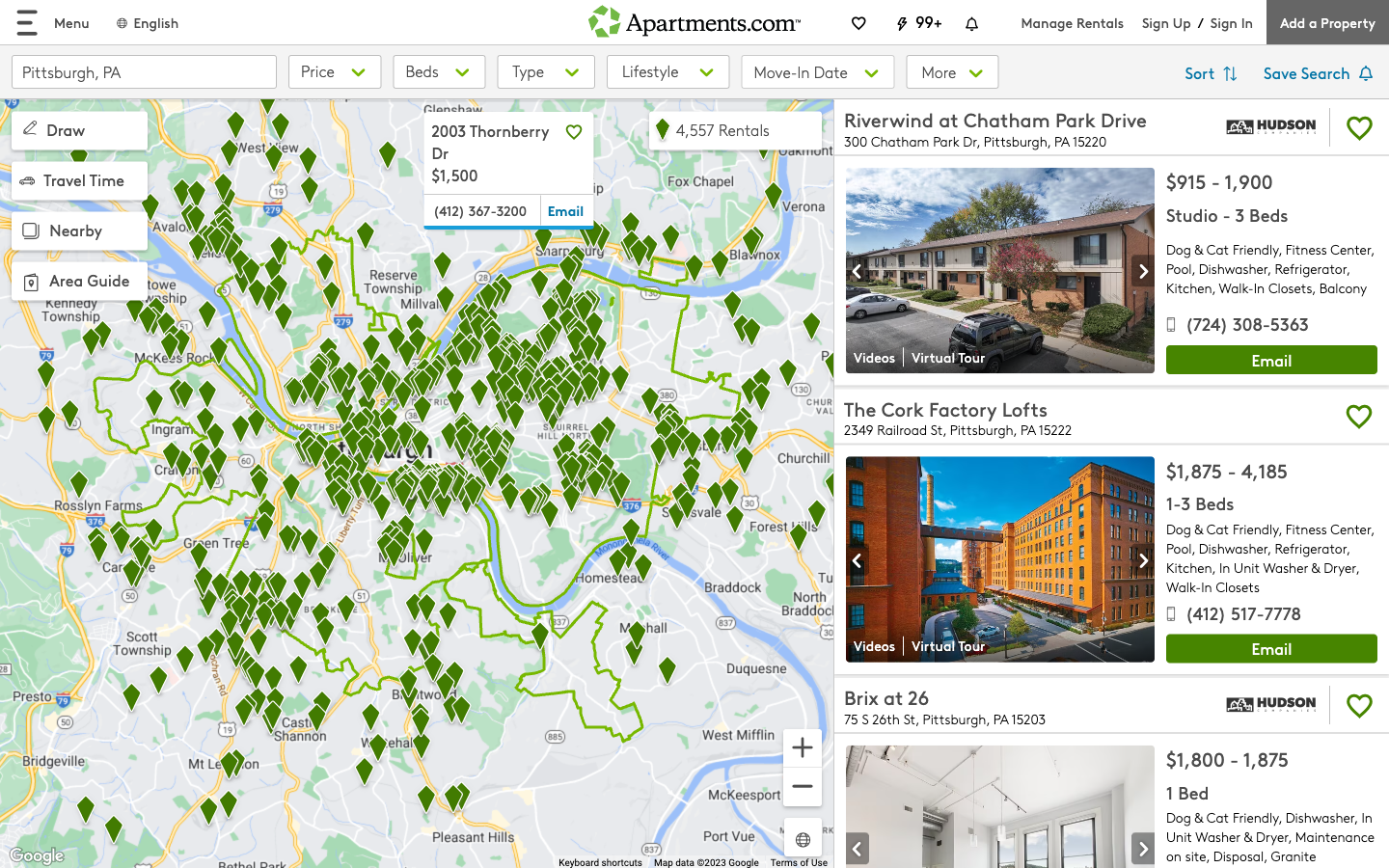 The height and width of the screenshot is (868, 1389). I want to click on the login page, so click(1231, 21).